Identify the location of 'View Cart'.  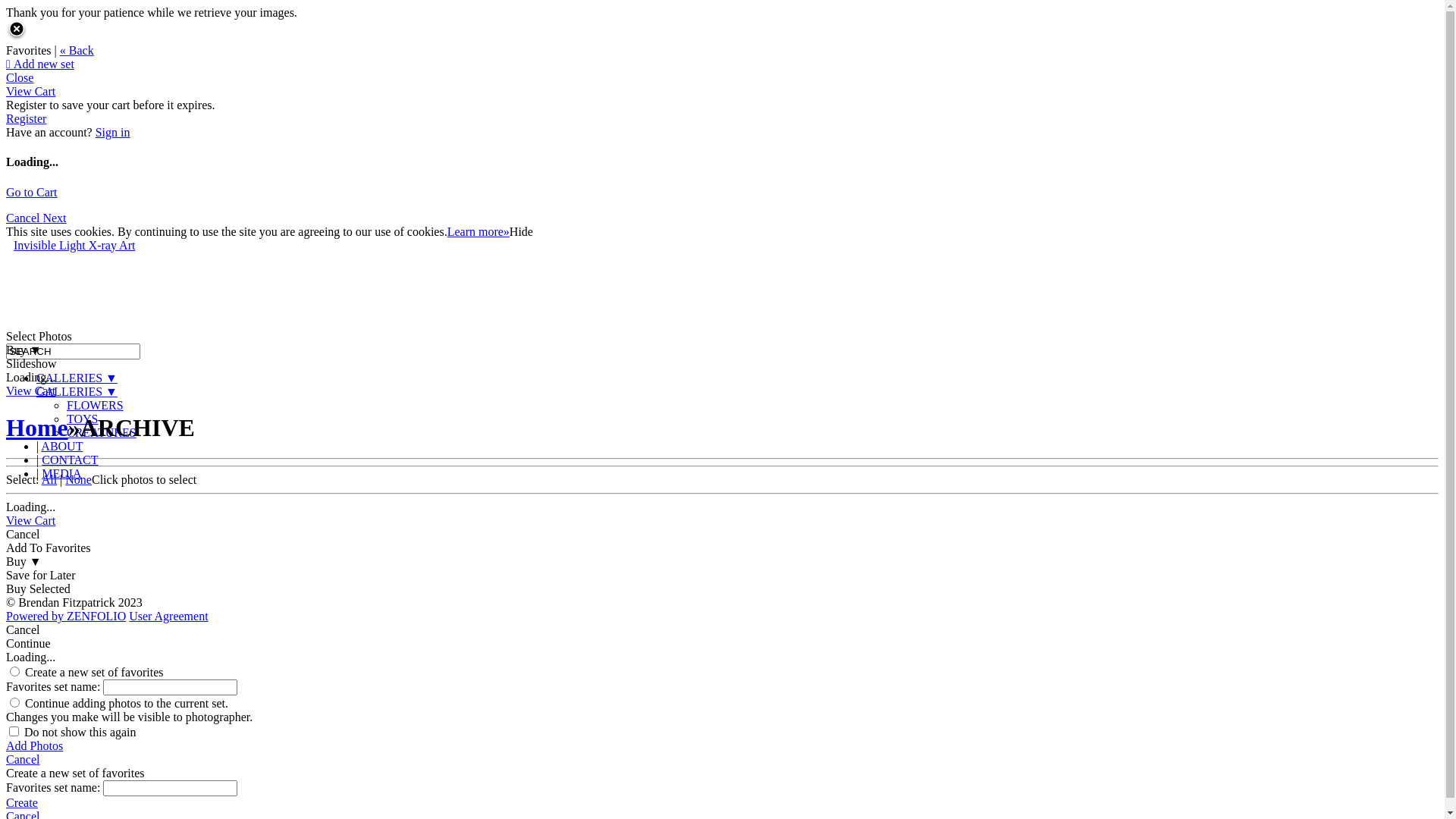
(30, 91).